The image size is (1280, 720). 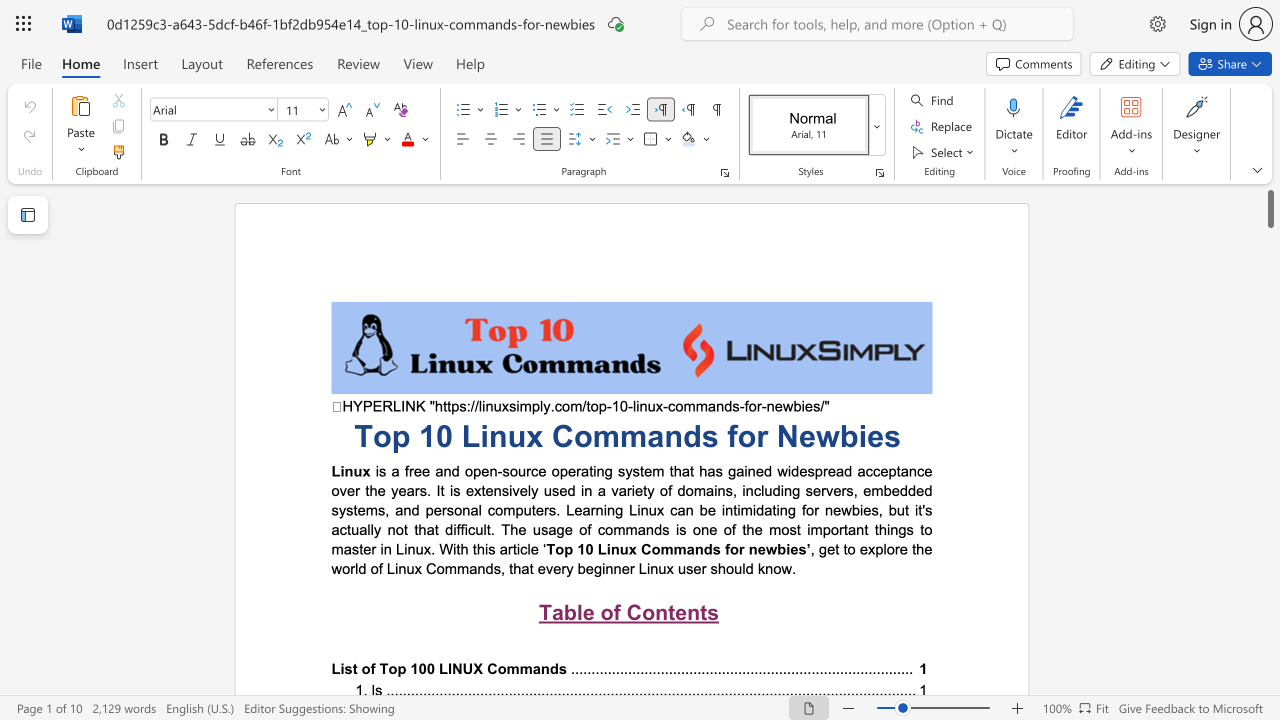 What do you see at coordinates (404, 405) in the screenshot?
I see `the subset text "NK" within the text "﷟HYPERLINK"` at bounding box center [404, 405].